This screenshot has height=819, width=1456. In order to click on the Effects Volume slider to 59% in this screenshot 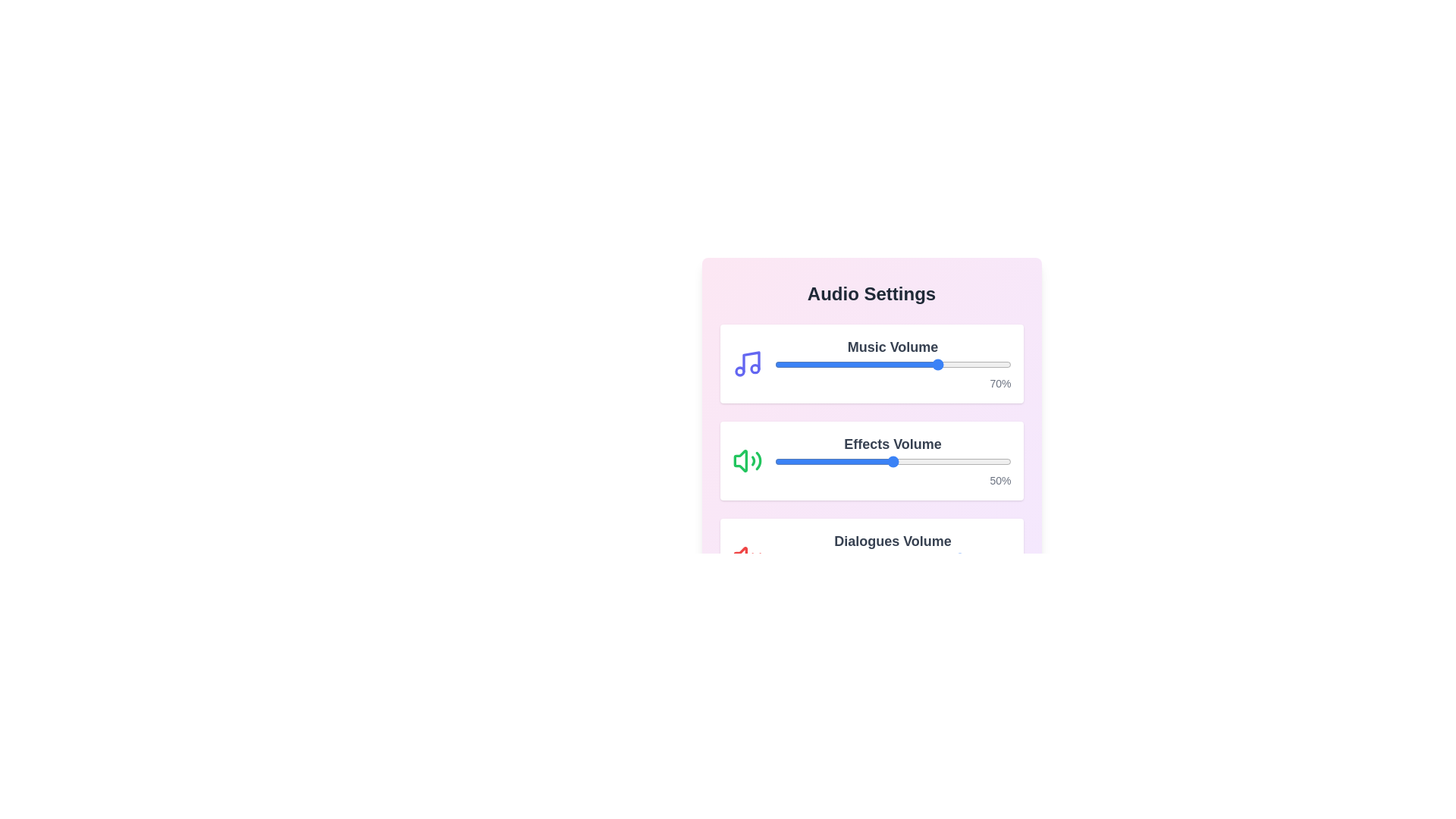, I will do `click(913, 461)`.